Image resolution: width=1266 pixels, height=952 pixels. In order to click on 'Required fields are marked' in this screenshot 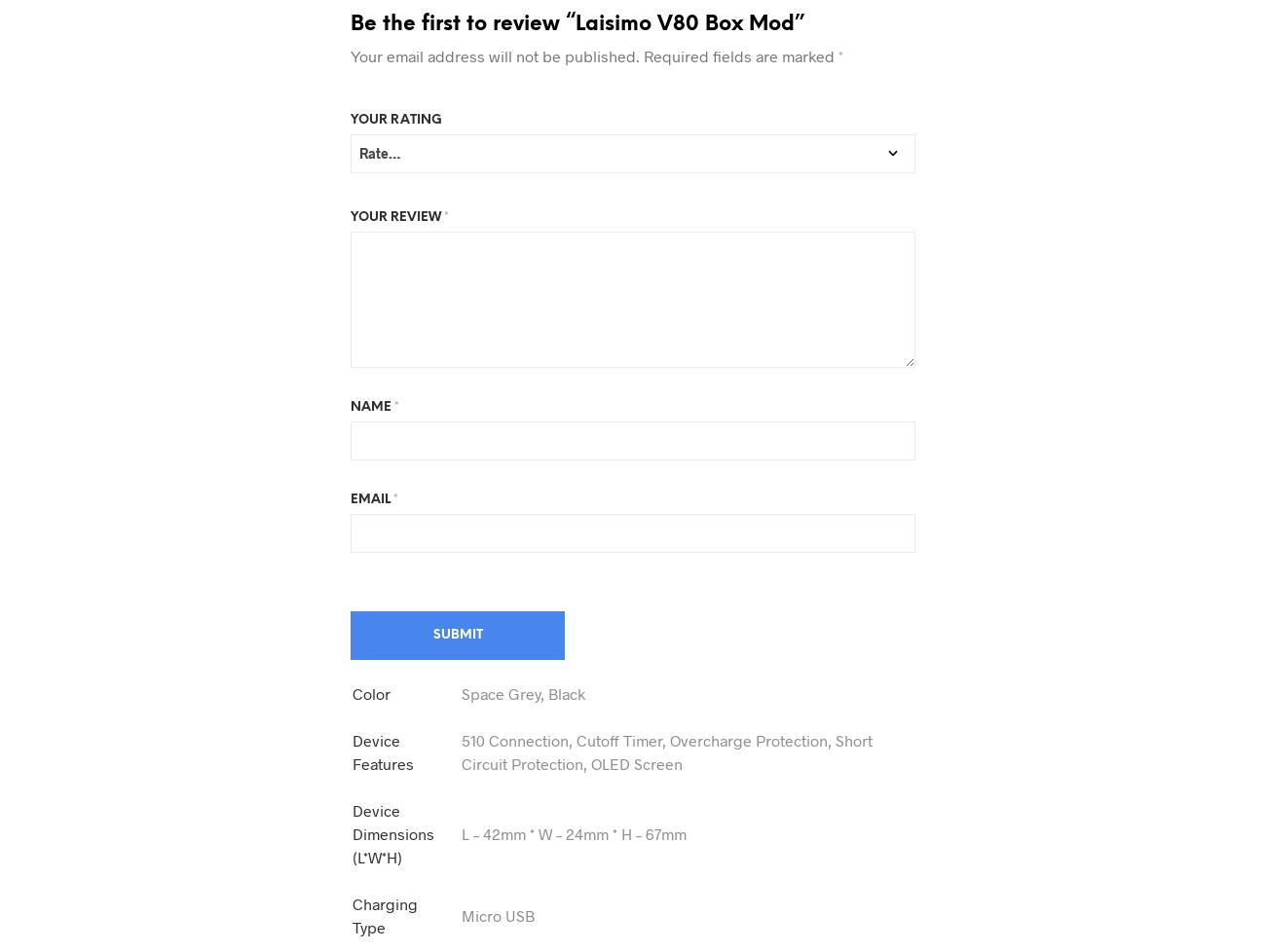, I will do `click(738, 55)`.